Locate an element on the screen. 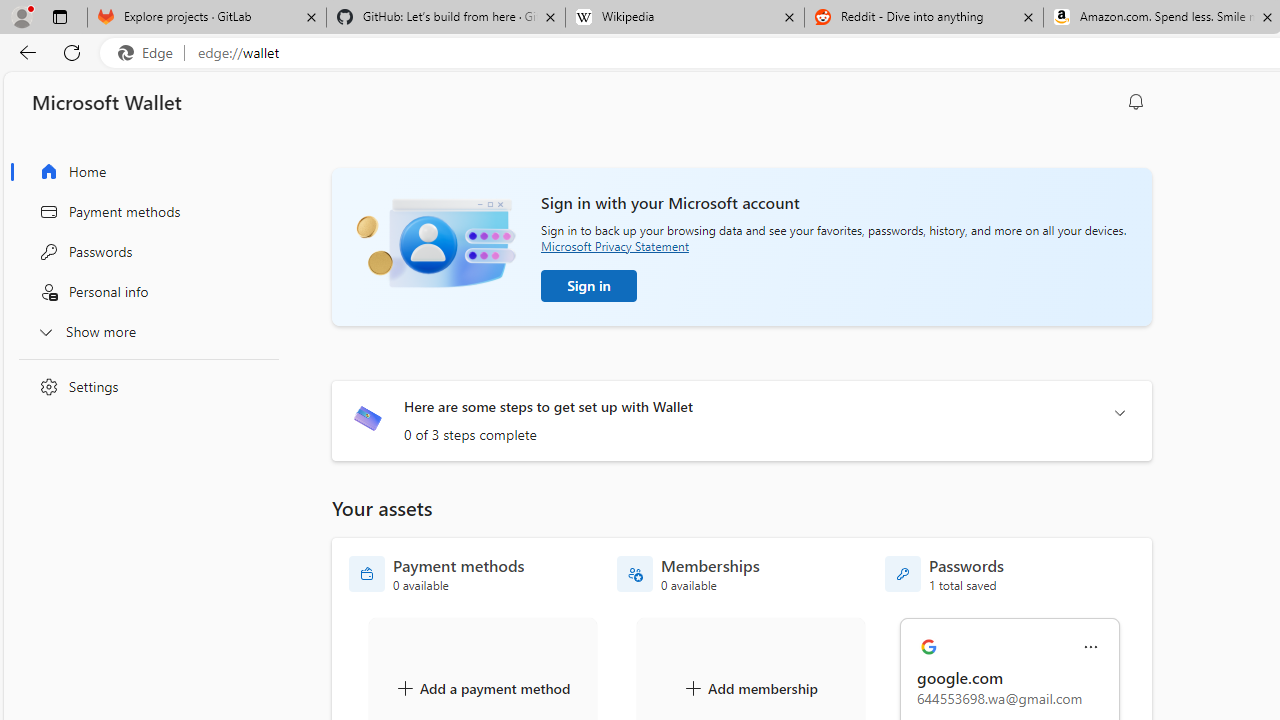  'Payment methods - 0 available' is located at coordinates (436, 574).